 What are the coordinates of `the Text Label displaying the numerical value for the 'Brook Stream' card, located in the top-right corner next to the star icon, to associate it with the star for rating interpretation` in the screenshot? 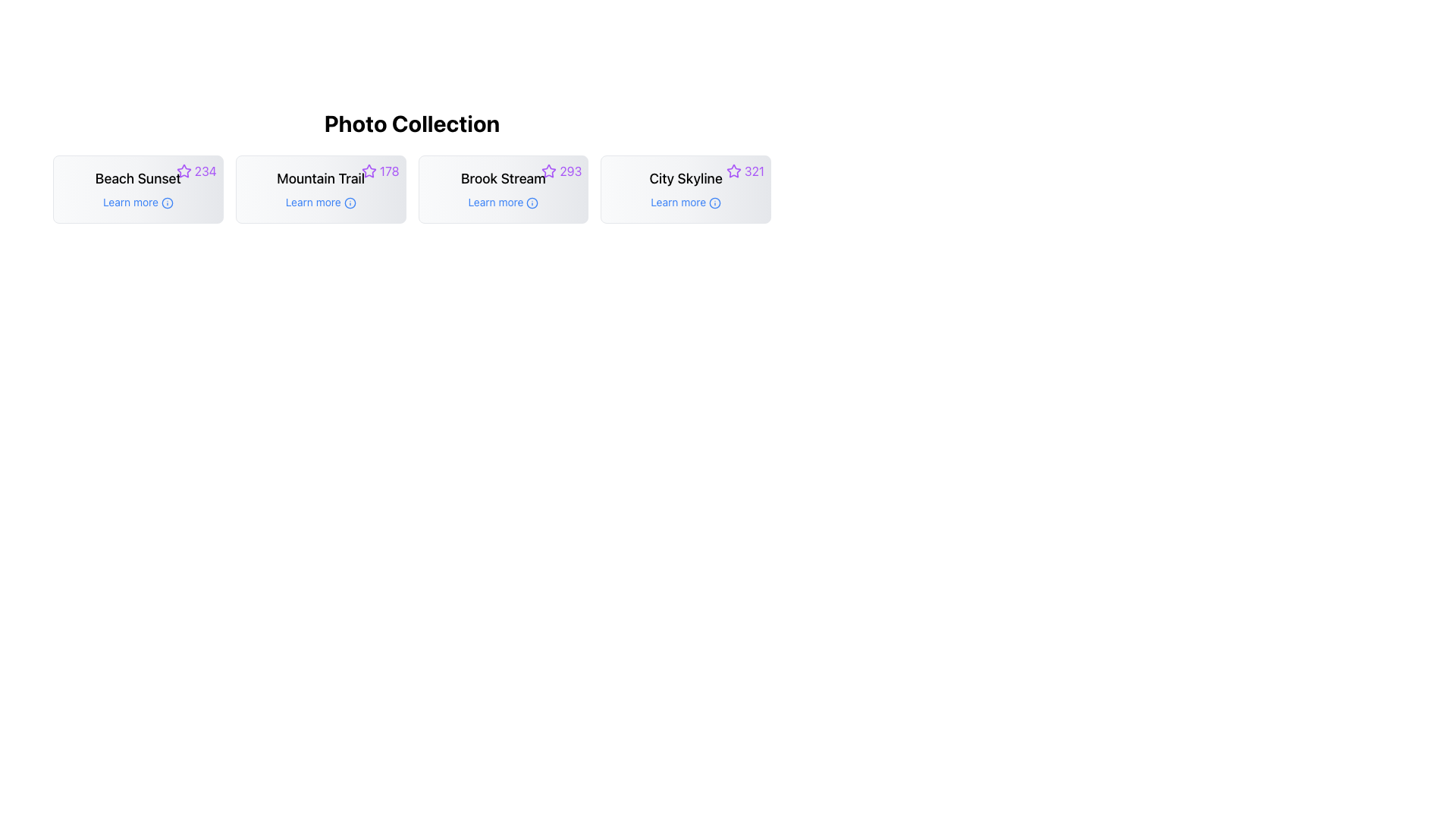 It's located at (560, 171).